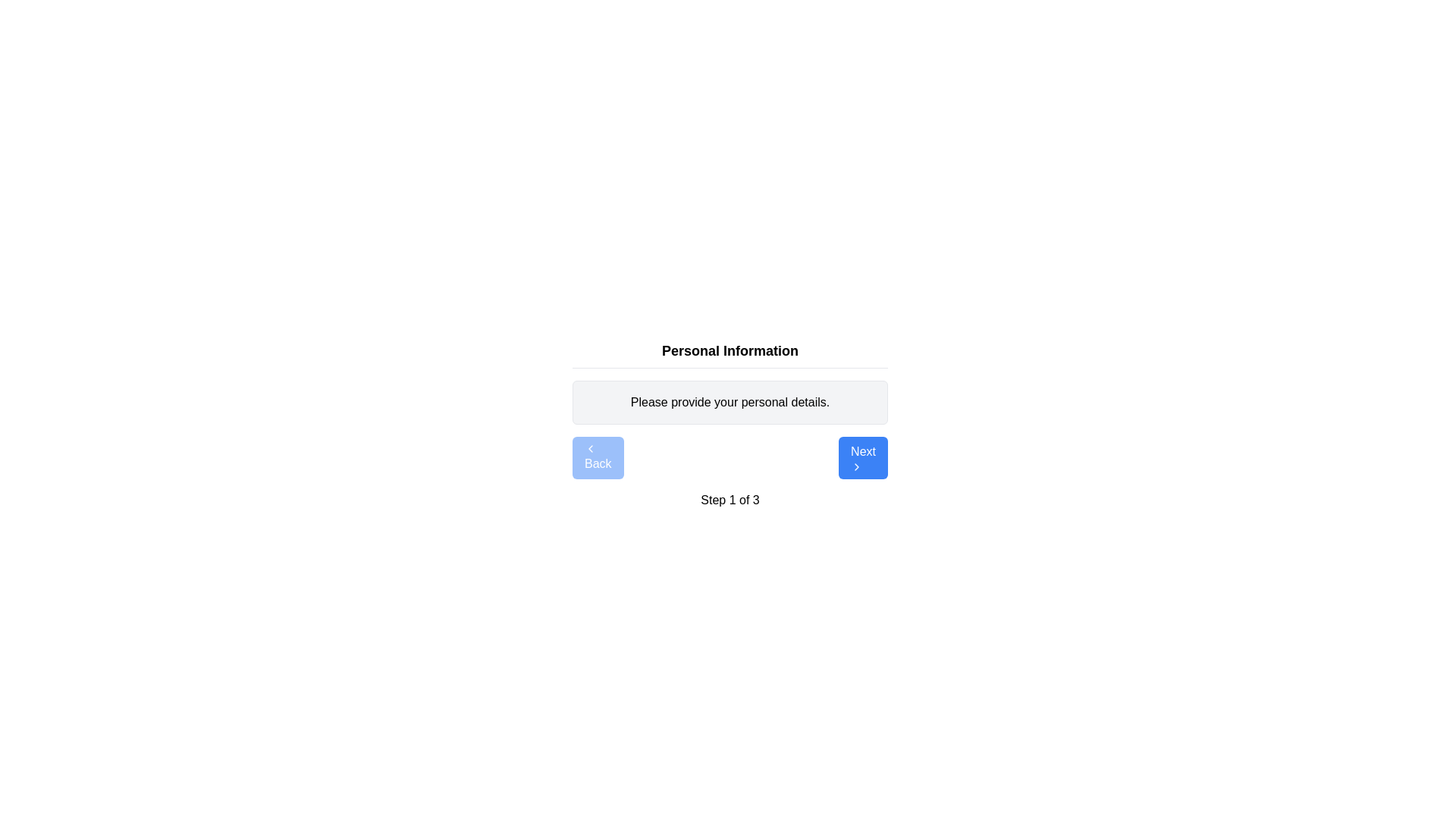  I want to click on the chevron arrow icon located on the right side of the 'Next' button, which indicates the forward action, so click(857, 466).